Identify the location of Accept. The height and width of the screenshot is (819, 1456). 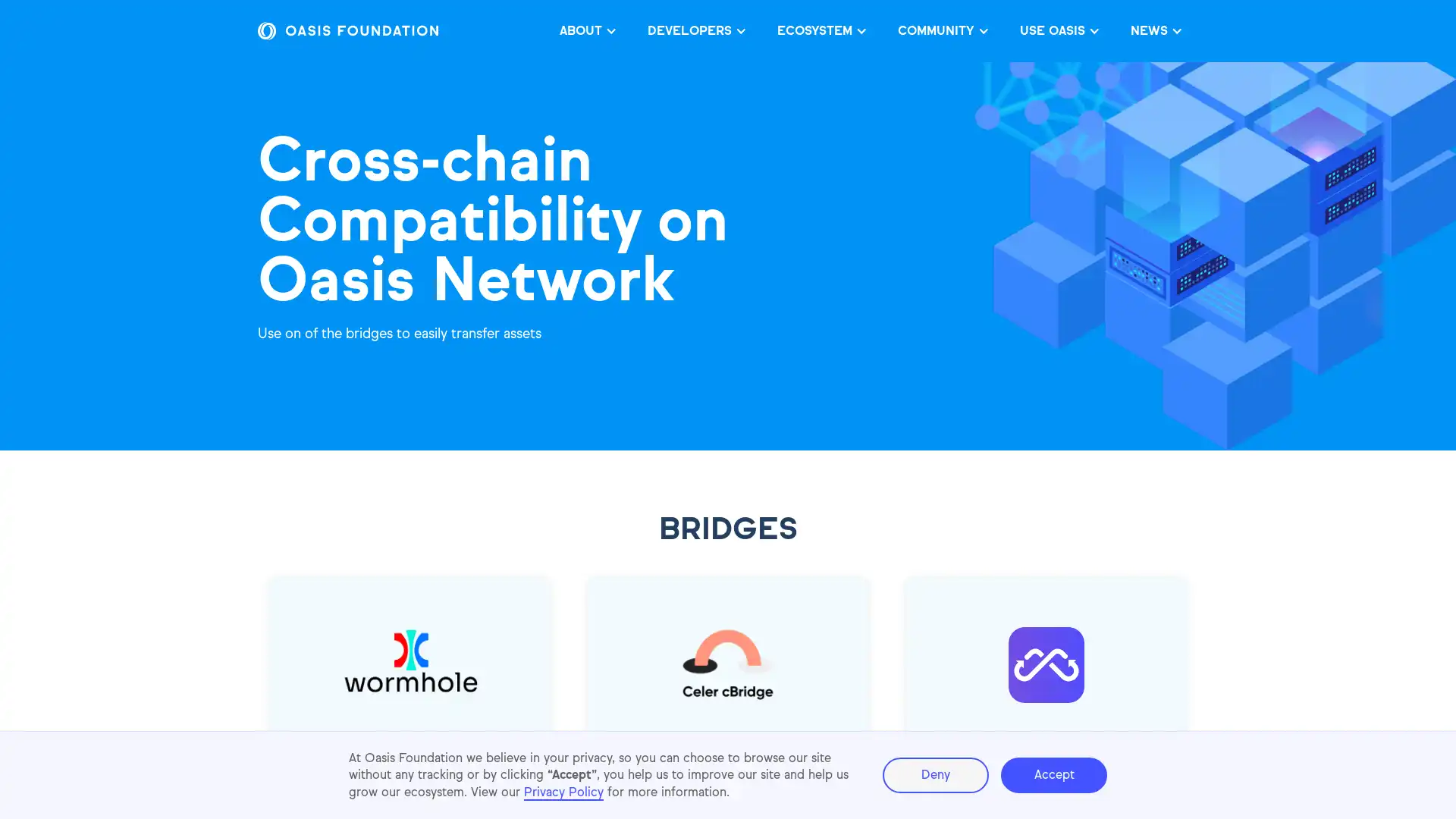
(1053, 775).